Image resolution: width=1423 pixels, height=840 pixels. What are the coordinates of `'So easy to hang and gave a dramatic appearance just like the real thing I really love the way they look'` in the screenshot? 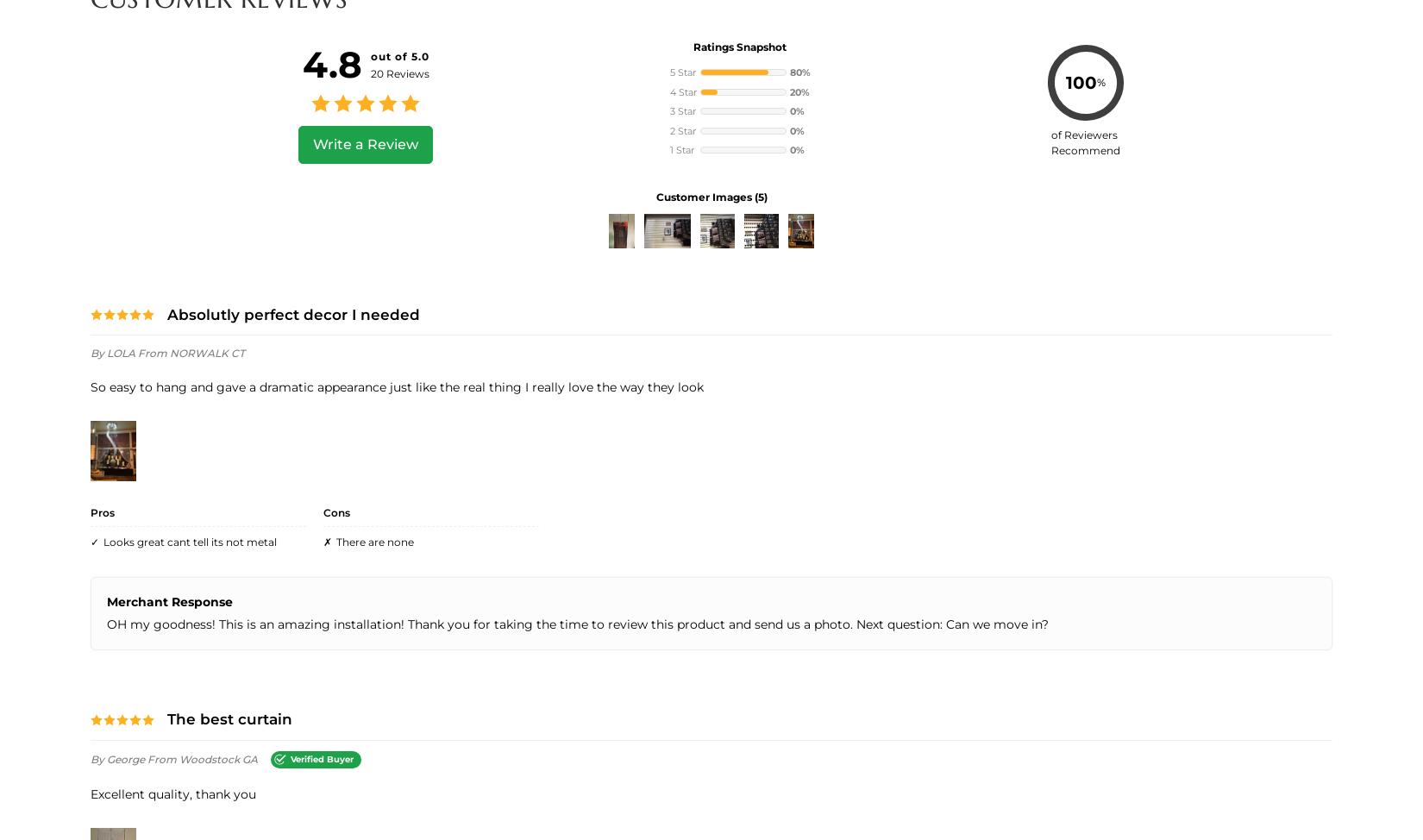 It's located at (396, 386).